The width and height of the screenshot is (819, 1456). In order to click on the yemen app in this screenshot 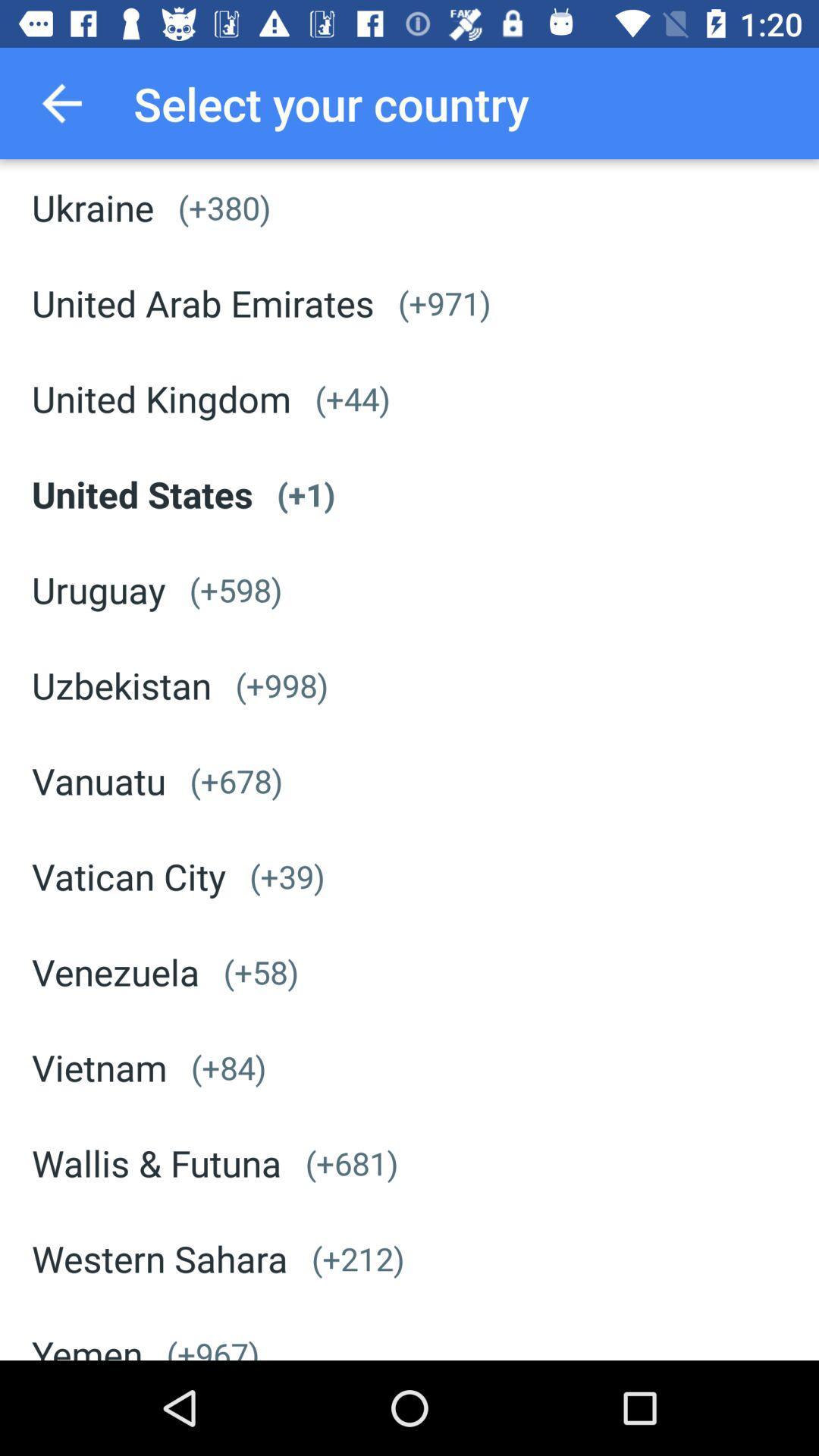, I will do `click(87, 1345)`.